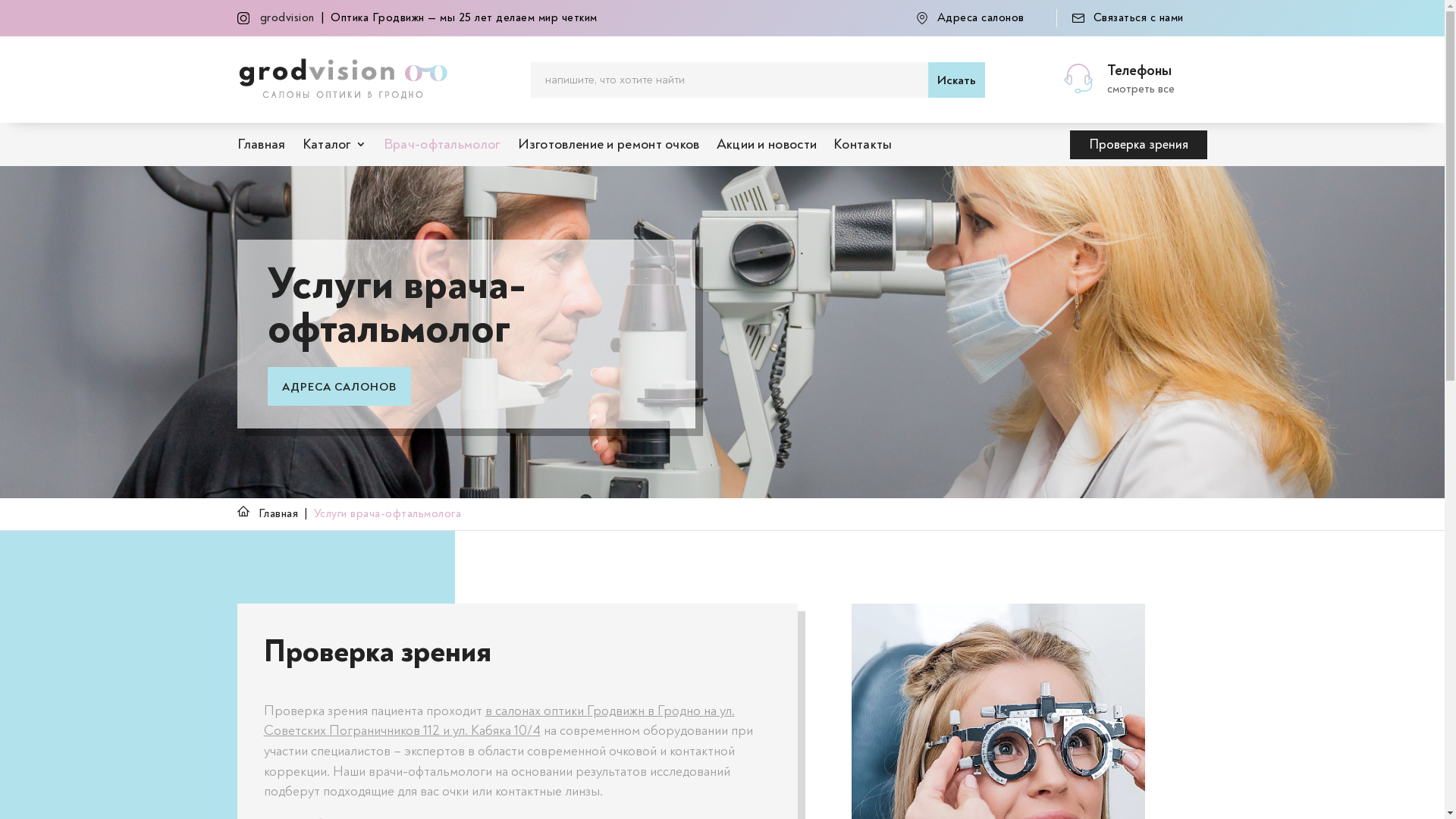 This screenshot has width=1456, height=819. I want to click on 'grodvision', so click(287, 17).